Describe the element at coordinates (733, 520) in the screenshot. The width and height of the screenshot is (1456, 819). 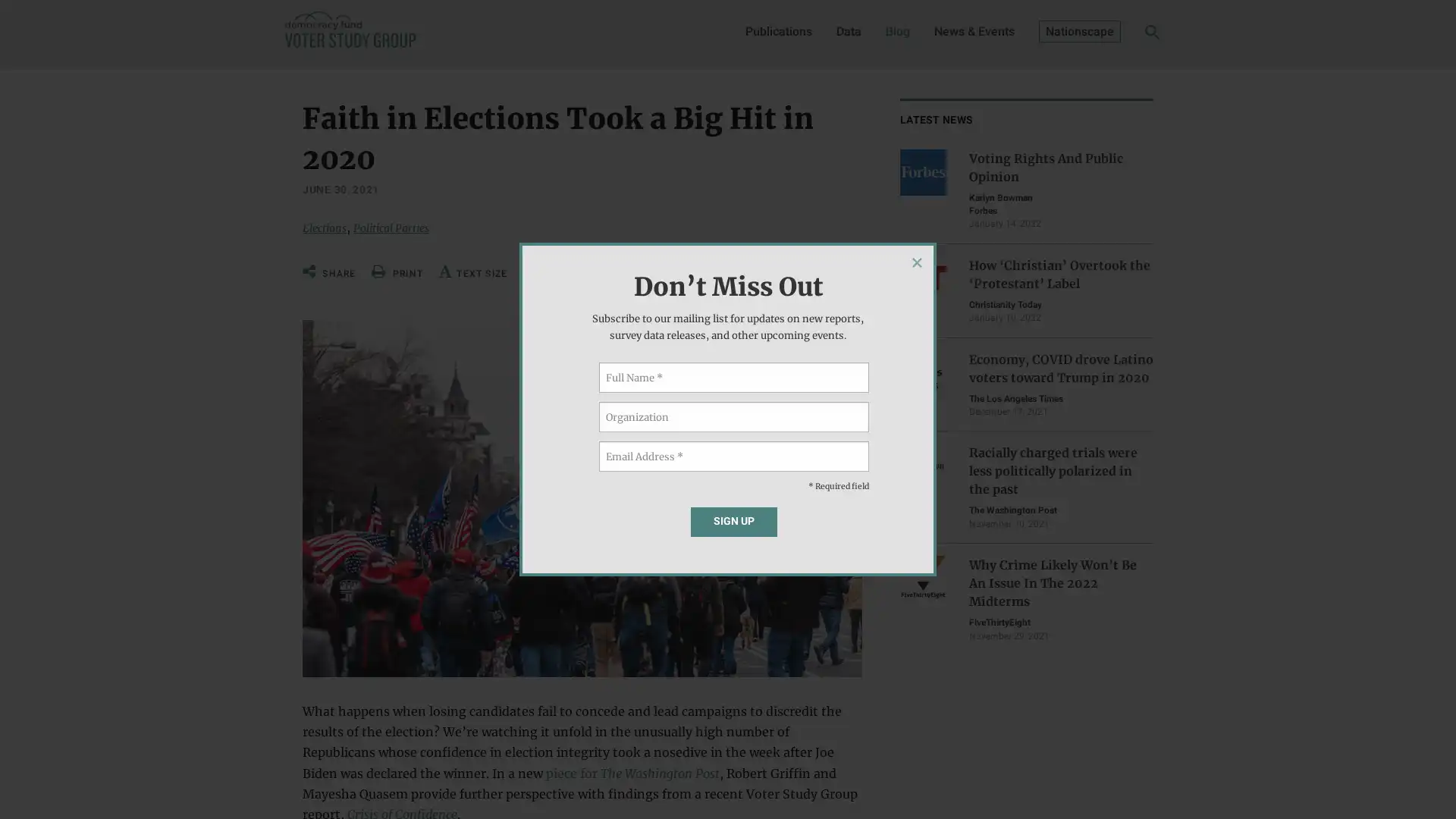
I see `SIGN UP` at that location.